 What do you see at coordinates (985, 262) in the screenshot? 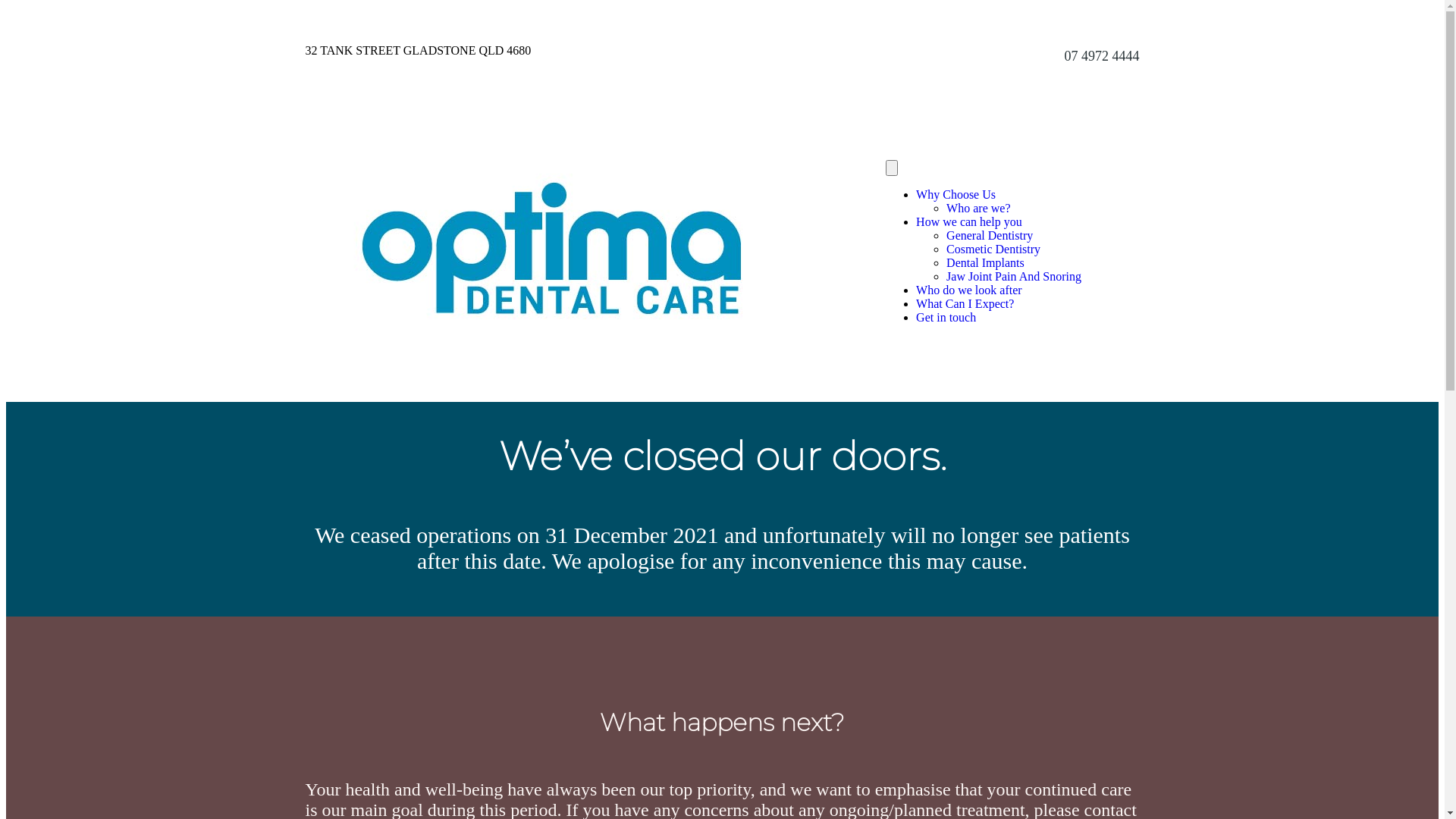
I see `'Dental Implants'` at bounding box center [985, 262].